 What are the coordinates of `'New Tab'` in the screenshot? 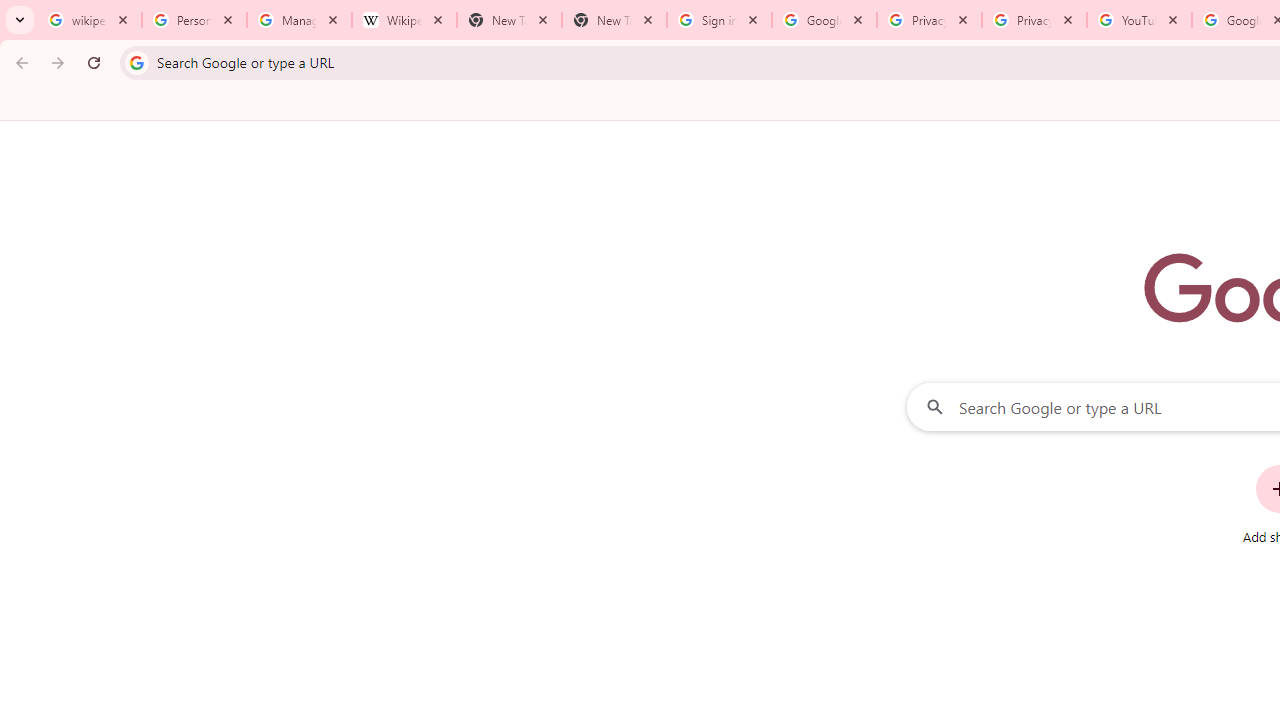 It's located at (613, 20).